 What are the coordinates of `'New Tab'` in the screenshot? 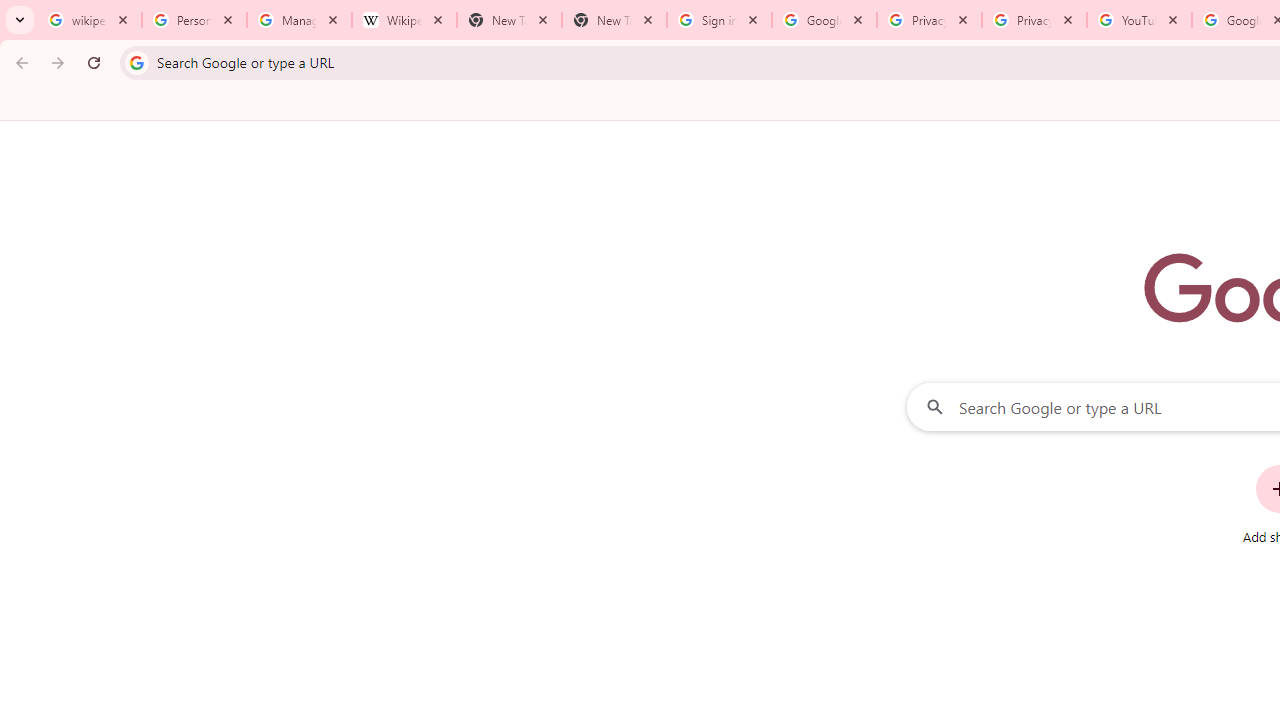 It's located at (613, 20).